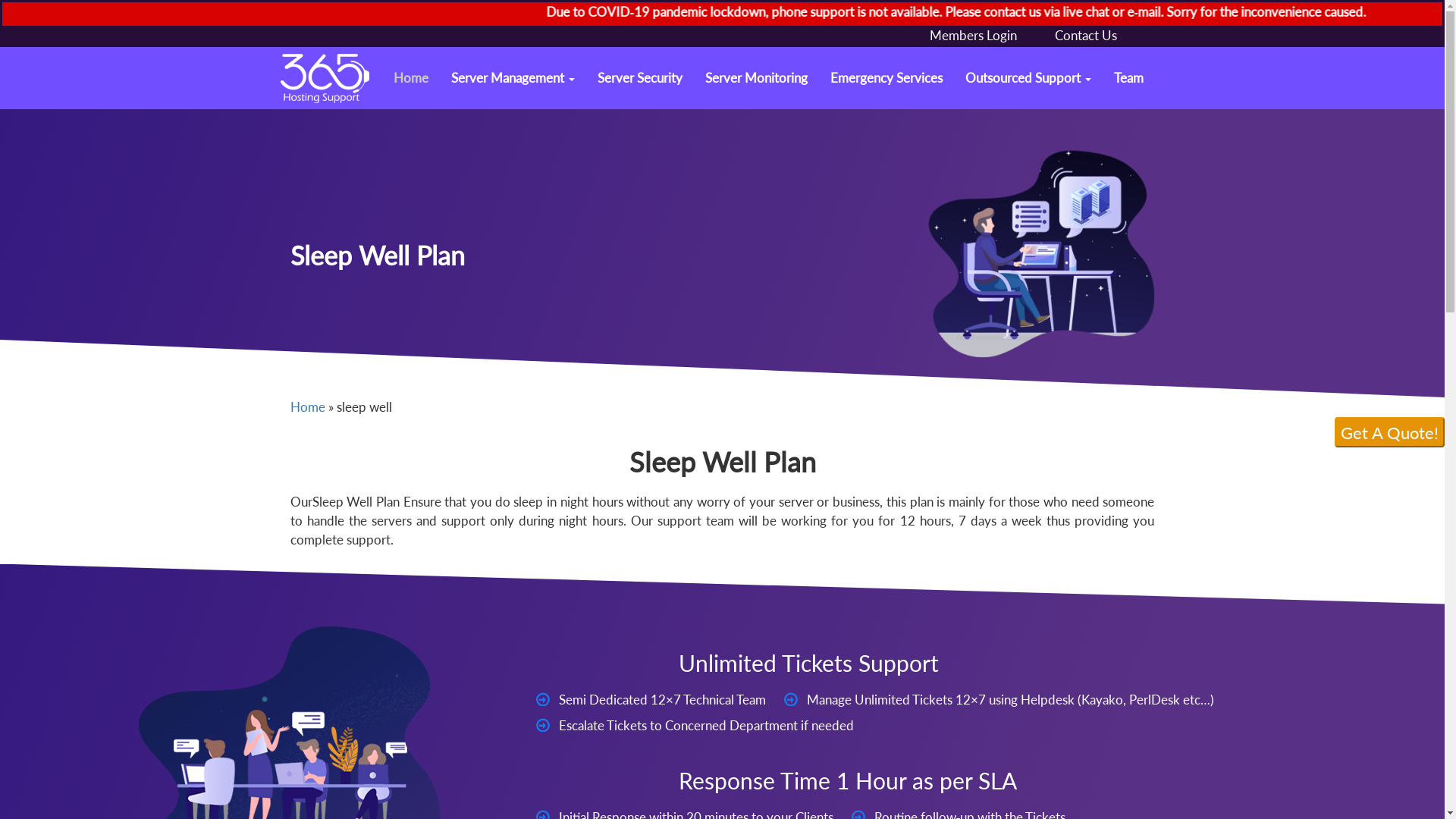  What do you see at coordinates (928, 34) in the screenshot?
I see `'Members Login'` at bounding box center [928, 34].